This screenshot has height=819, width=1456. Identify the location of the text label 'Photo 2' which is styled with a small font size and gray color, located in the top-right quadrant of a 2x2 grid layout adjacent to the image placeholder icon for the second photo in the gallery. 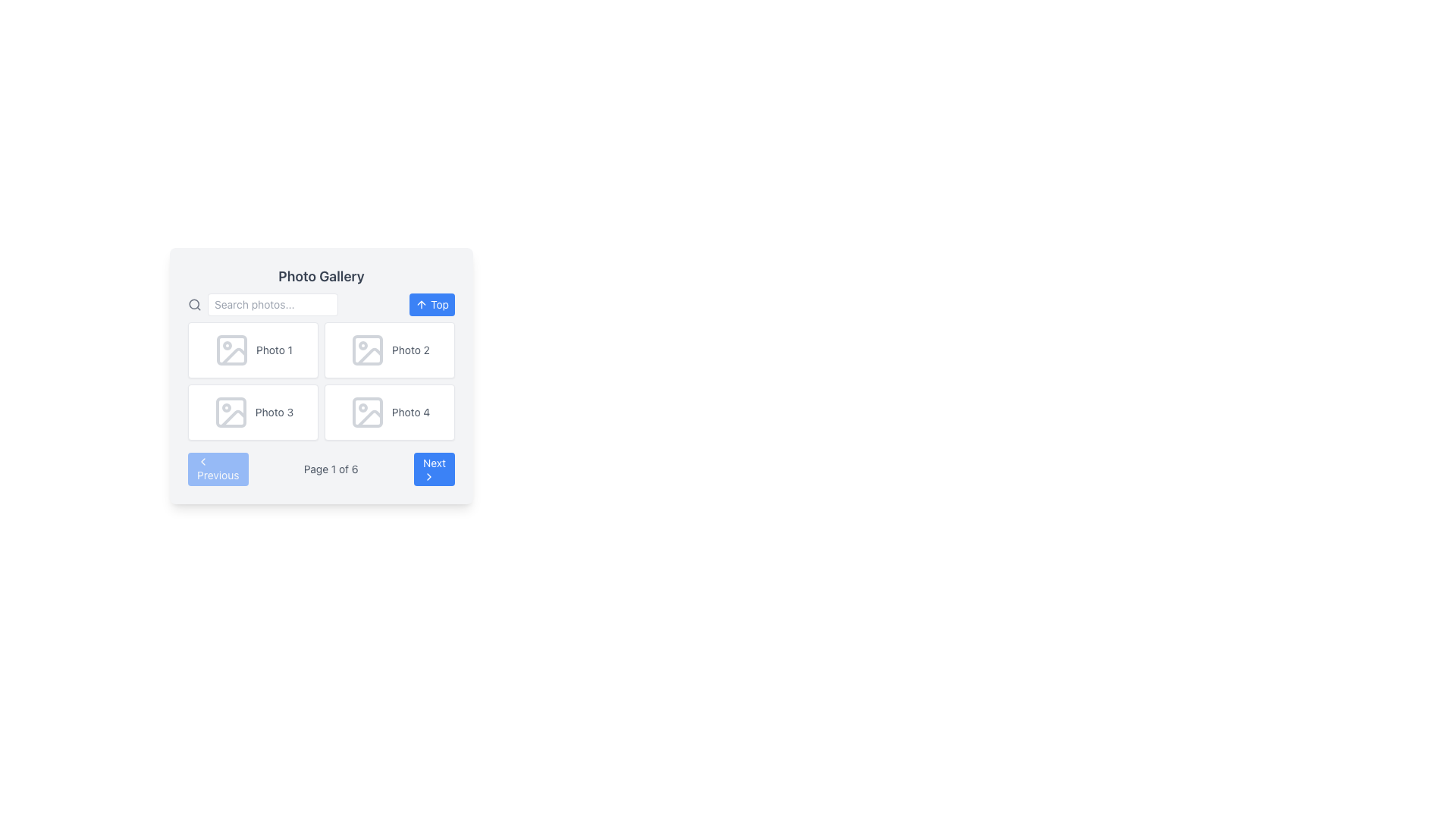
(411, 350).